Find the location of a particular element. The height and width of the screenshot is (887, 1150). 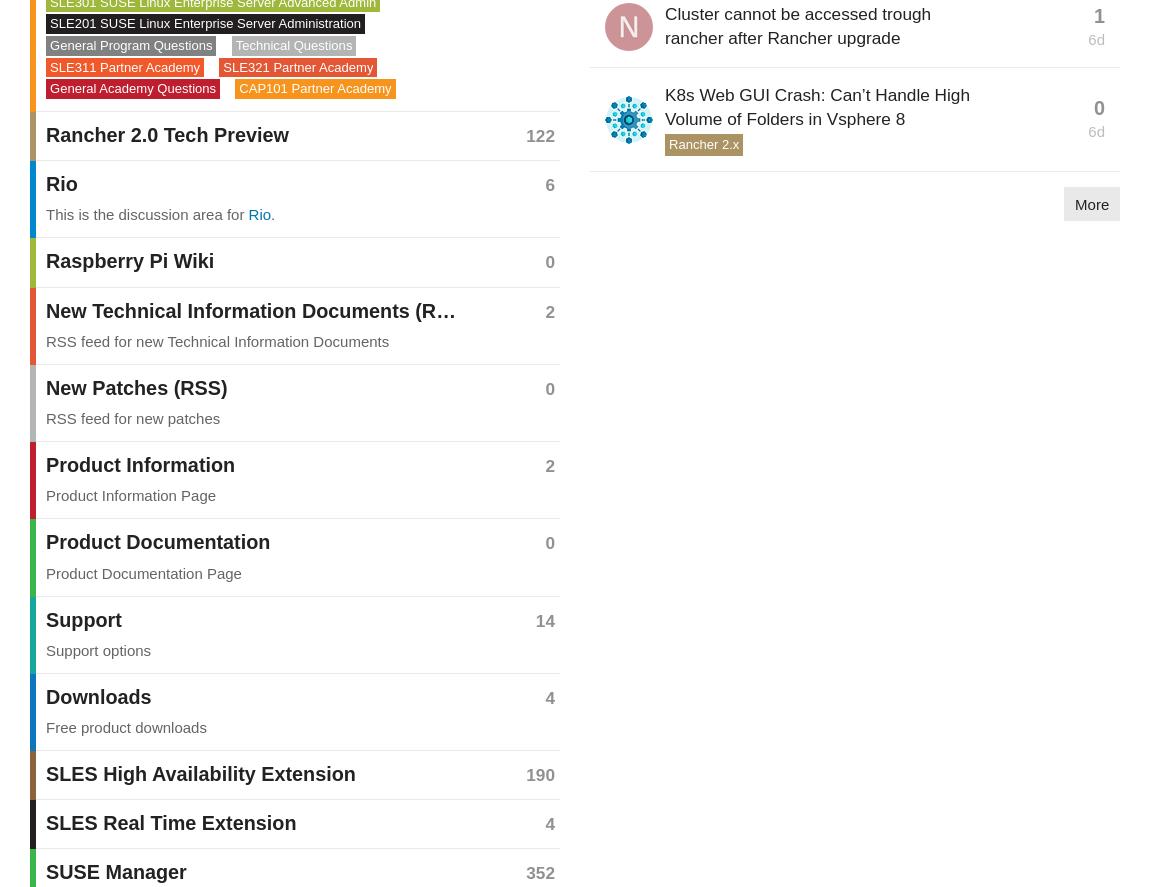

'RSS feed for new patches' is located at coordinates (132, 418).